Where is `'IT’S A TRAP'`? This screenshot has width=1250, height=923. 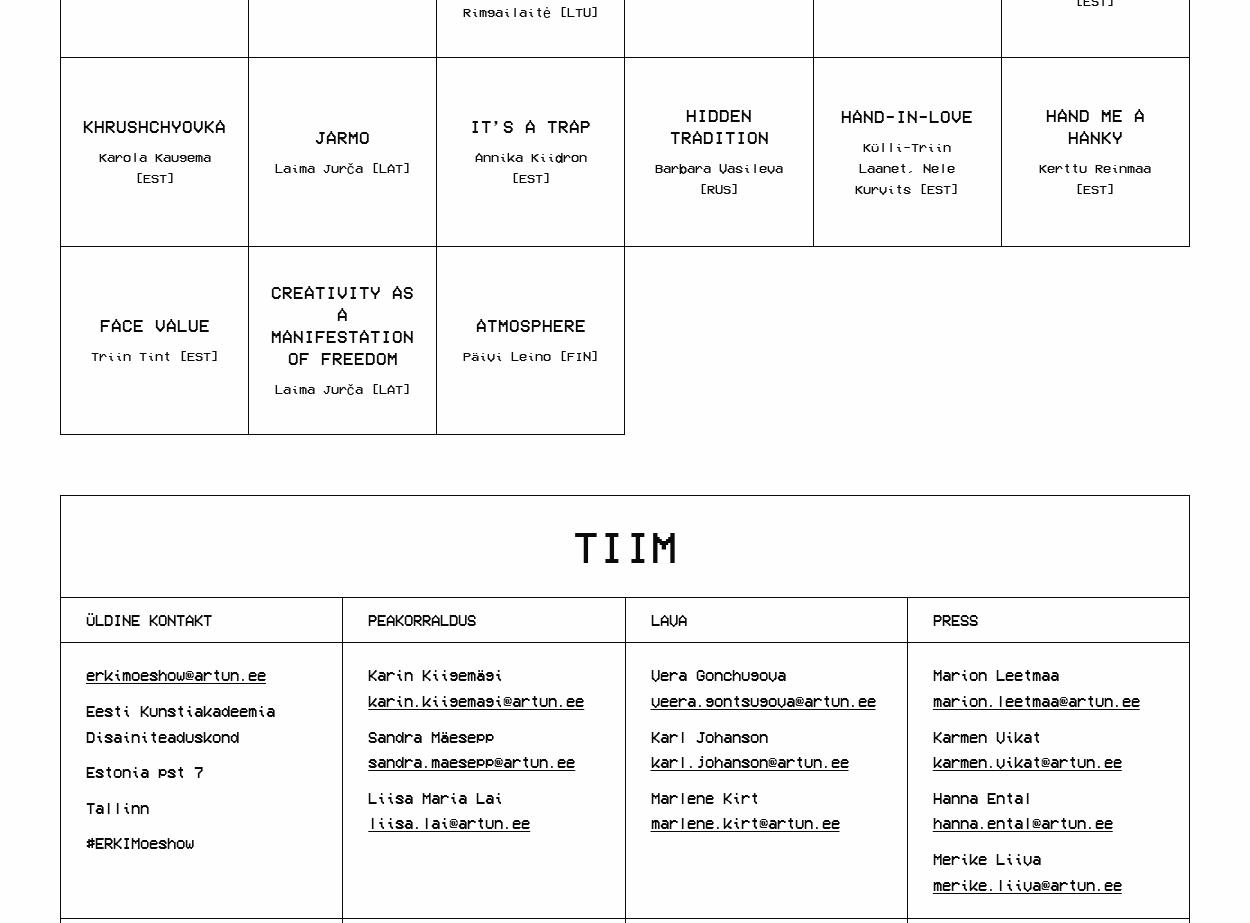
'IT’S A TRAP' is located at coordinates (530, 125).